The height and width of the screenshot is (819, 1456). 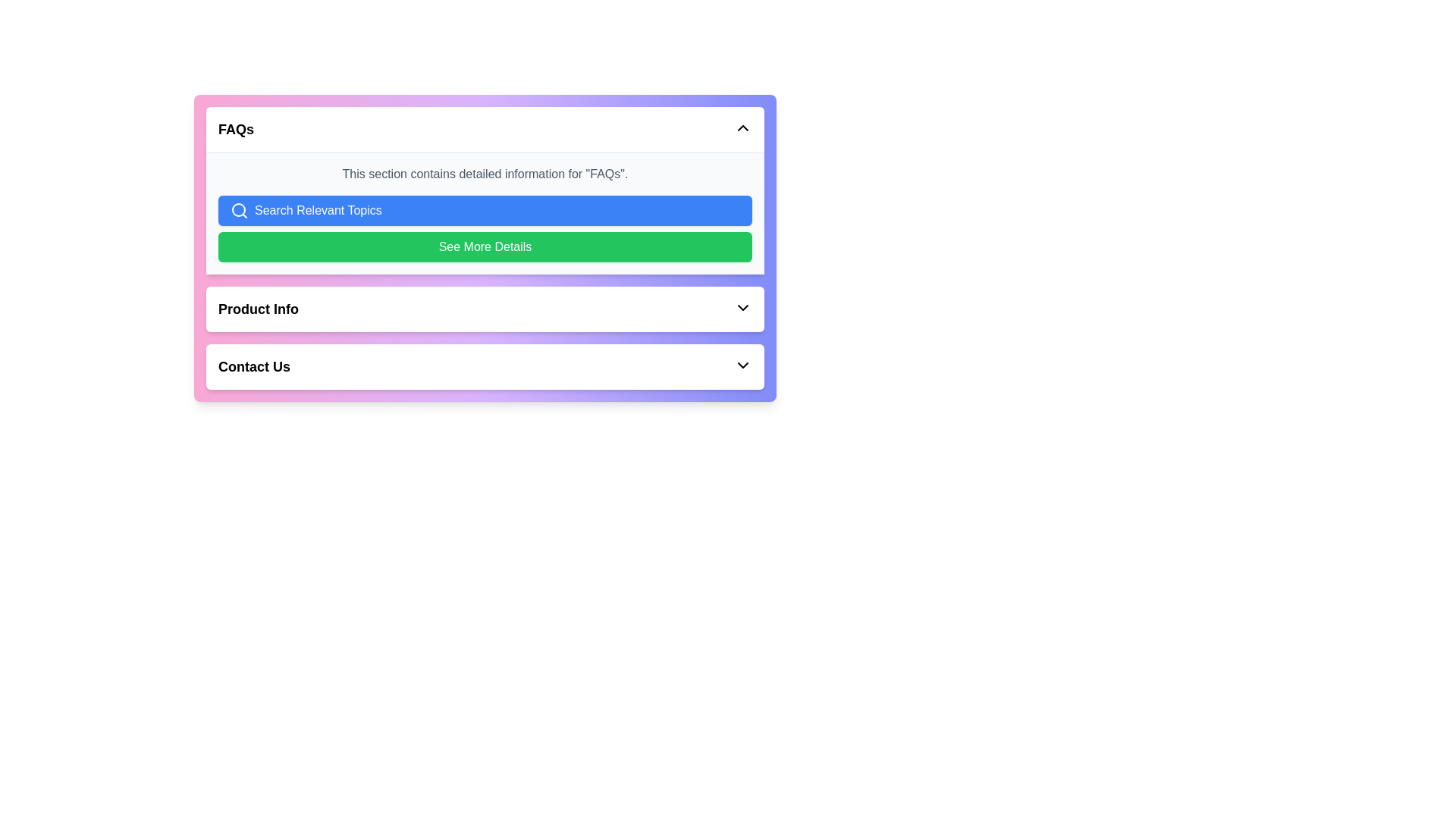 I want to click on the chevron icon located at the right end of the 'Product Info' section, so click(x=742, y=307).